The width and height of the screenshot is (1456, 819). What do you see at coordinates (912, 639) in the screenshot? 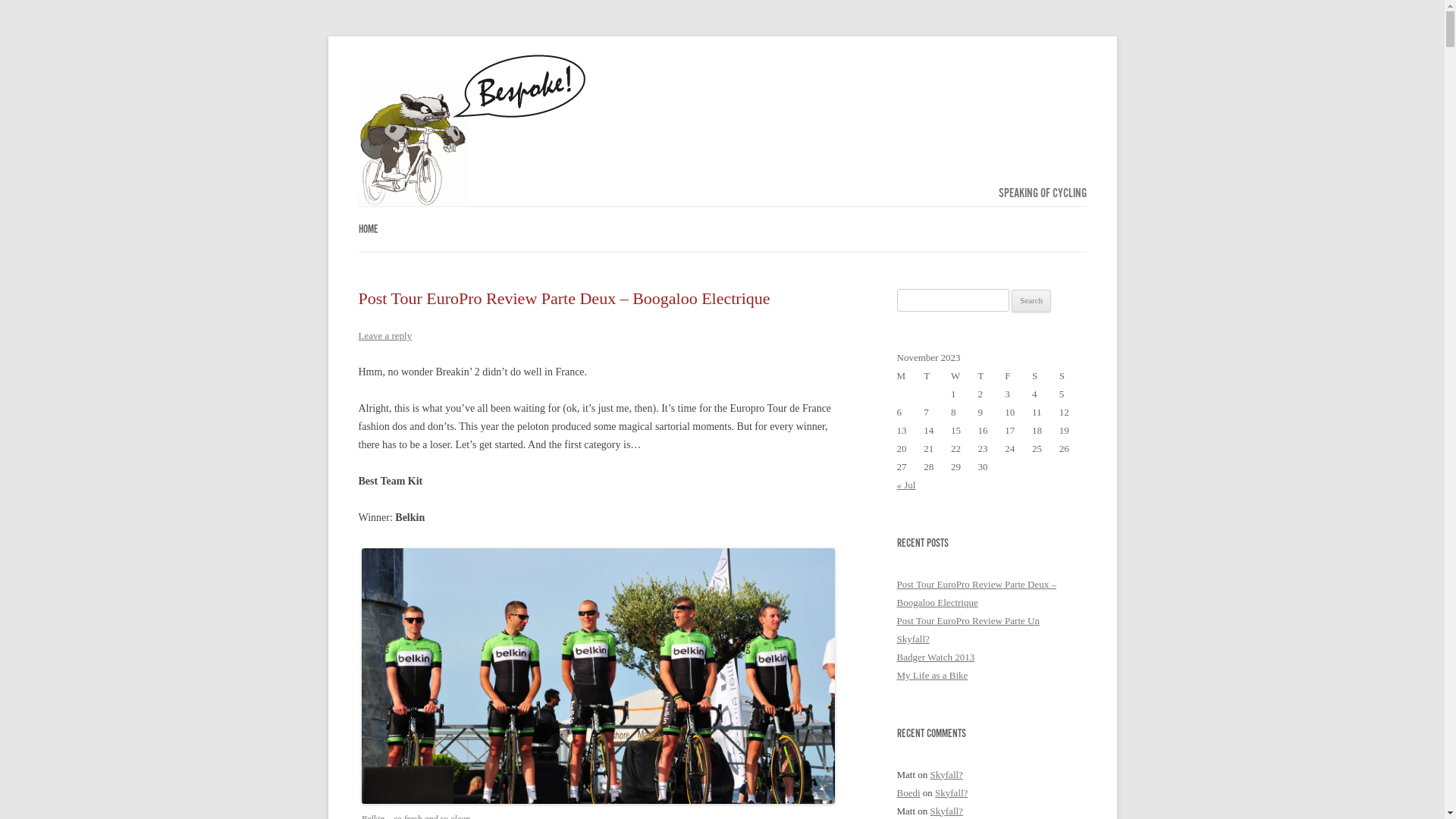
I see `'Skyfall?'` at bounding box center [912, 639].